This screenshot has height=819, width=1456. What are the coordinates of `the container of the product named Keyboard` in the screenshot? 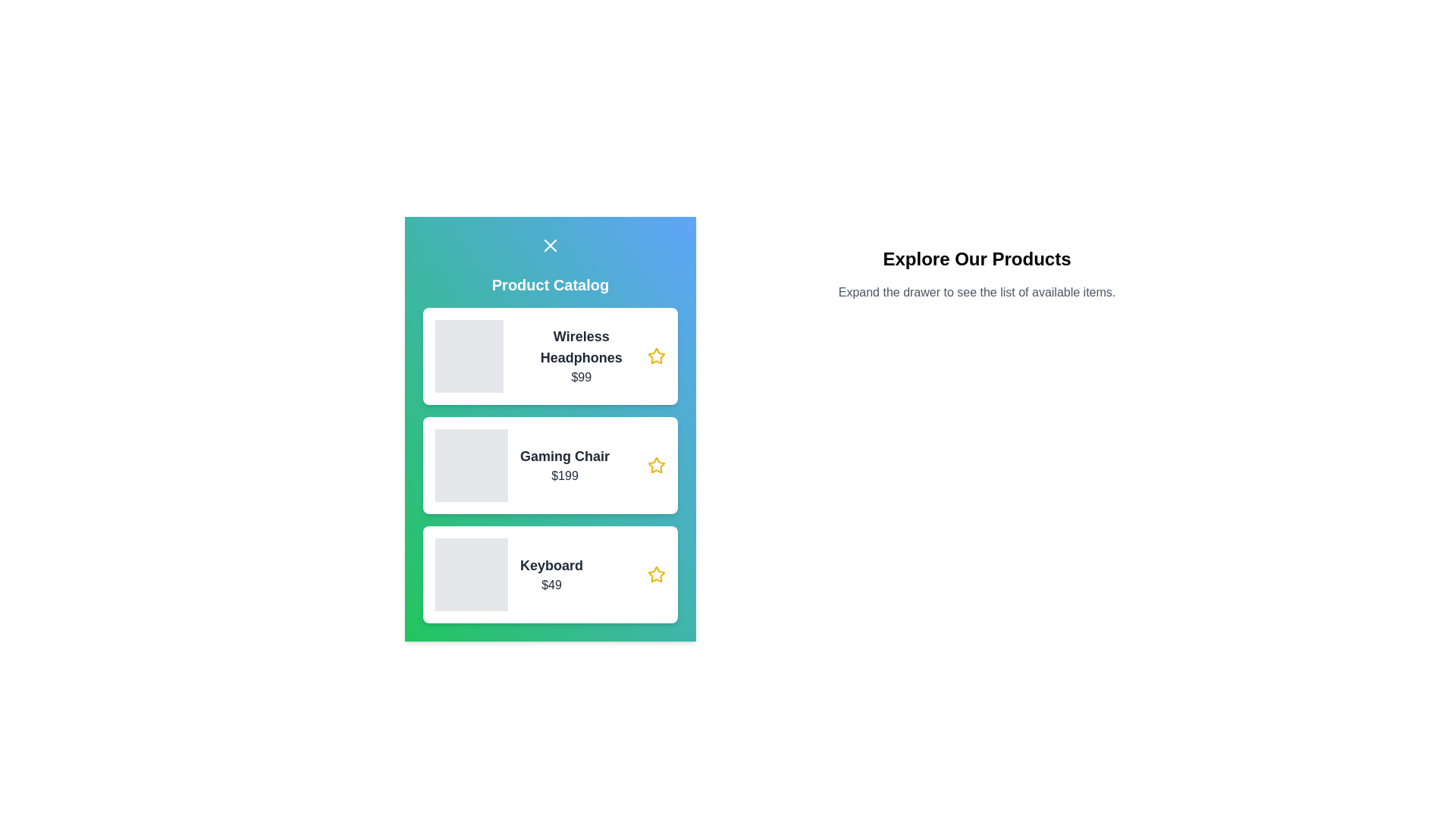 It's located at (549, 575).